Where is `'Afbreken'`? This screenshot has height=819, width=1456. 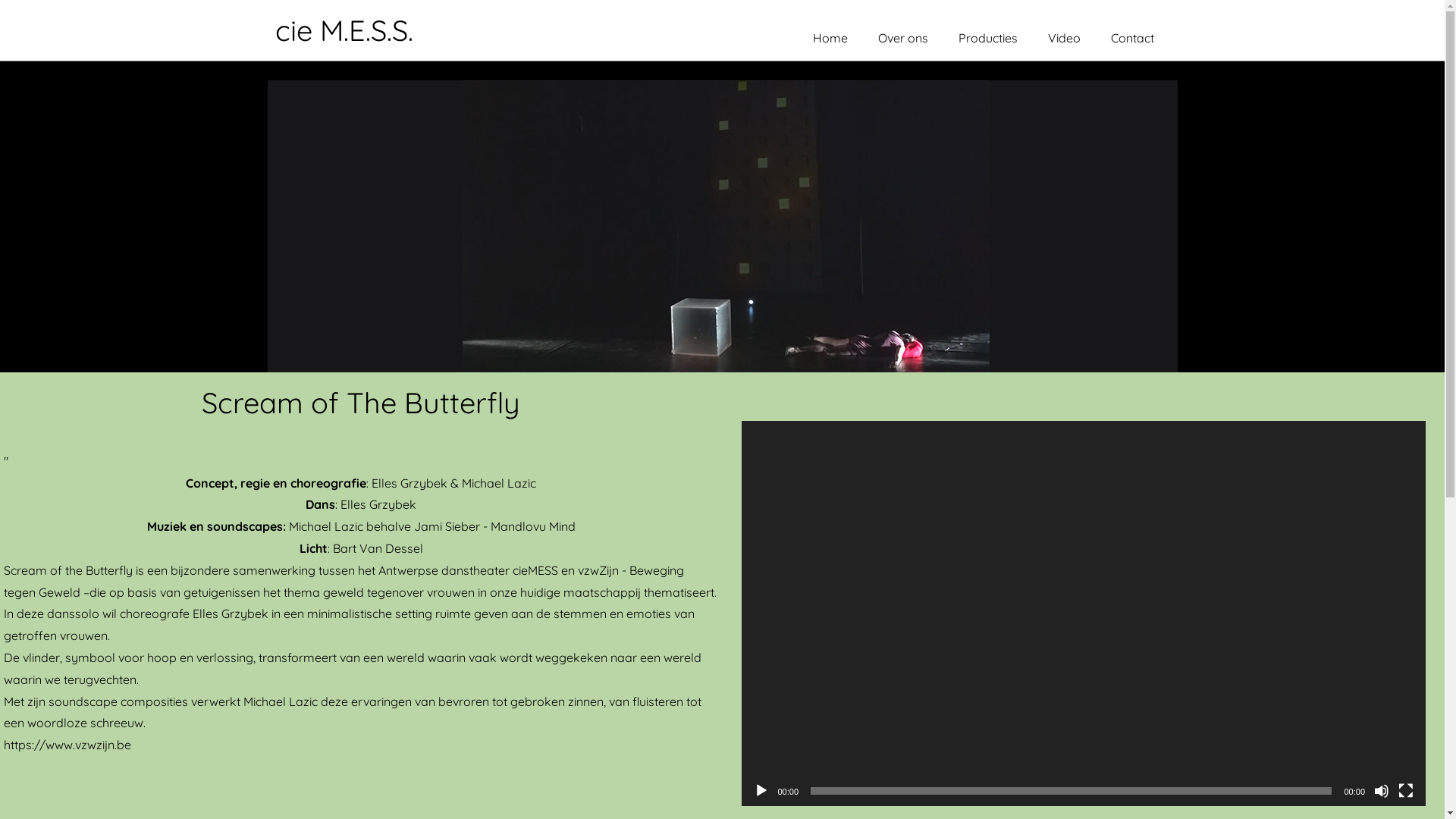 'Afbreken' is located at coordinates (1373, 789).